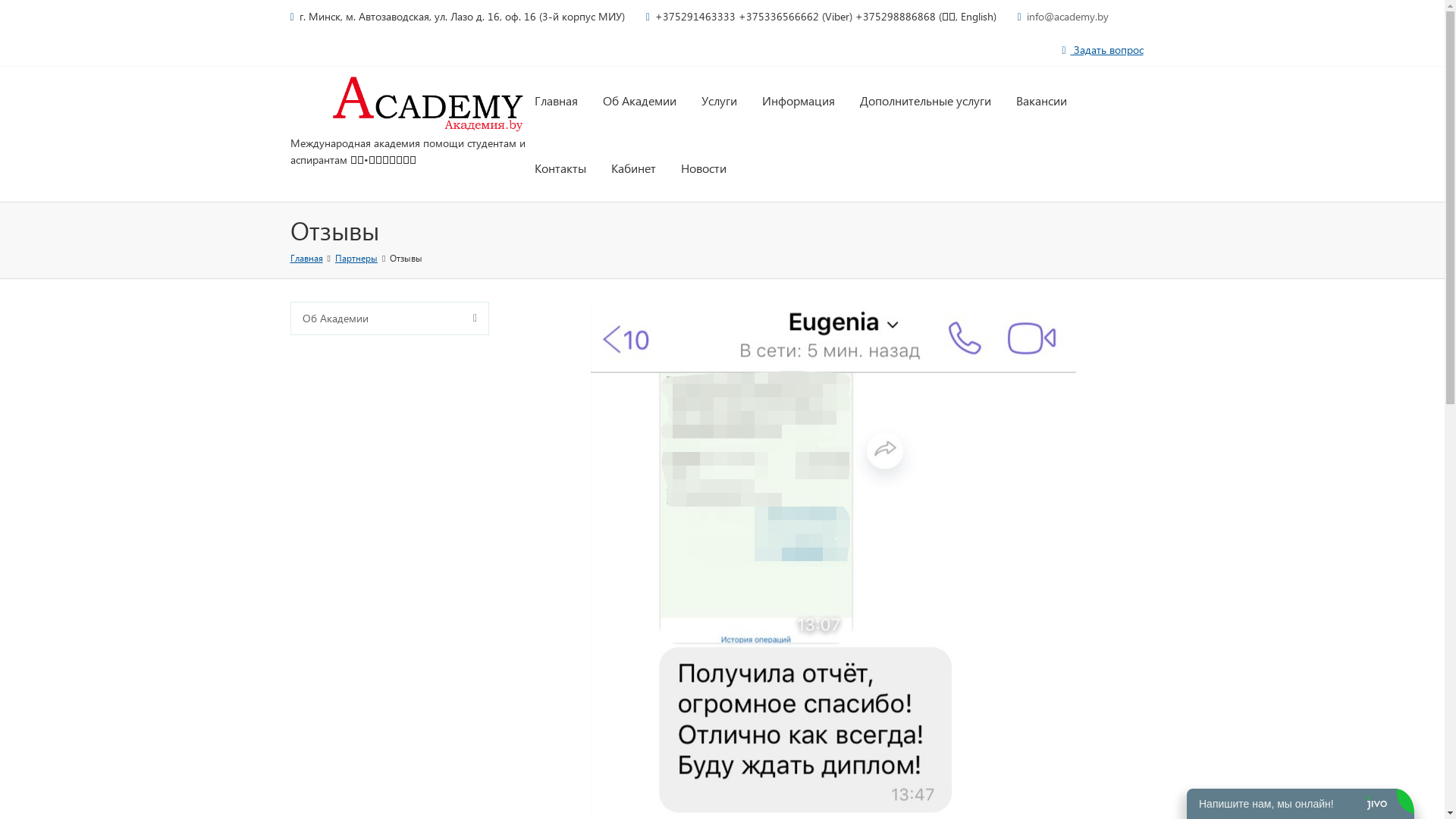  What do you see at coordinates (1026, 16) in the screenshot?
I see `'info@academy.by'` at bounding box center [1026, 16].